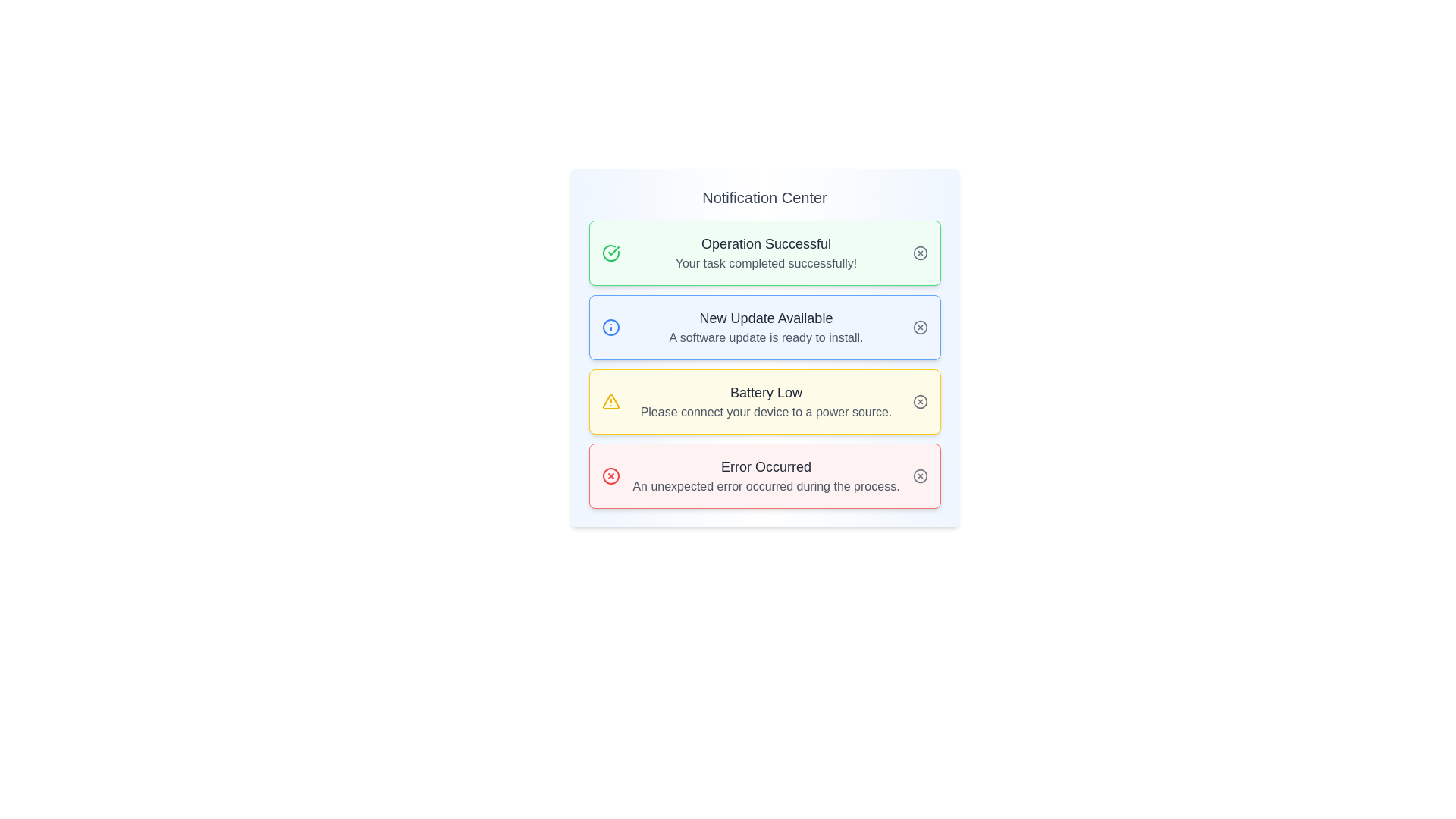 The height and width of the screenshot is (819, 1456). I want to click on the 'Error Occurred' text label, which is formatted in a medium-sized, bold font with a dark gray color on a red-tinted background, located in the bottom section of a notification card, so click(766, 466).